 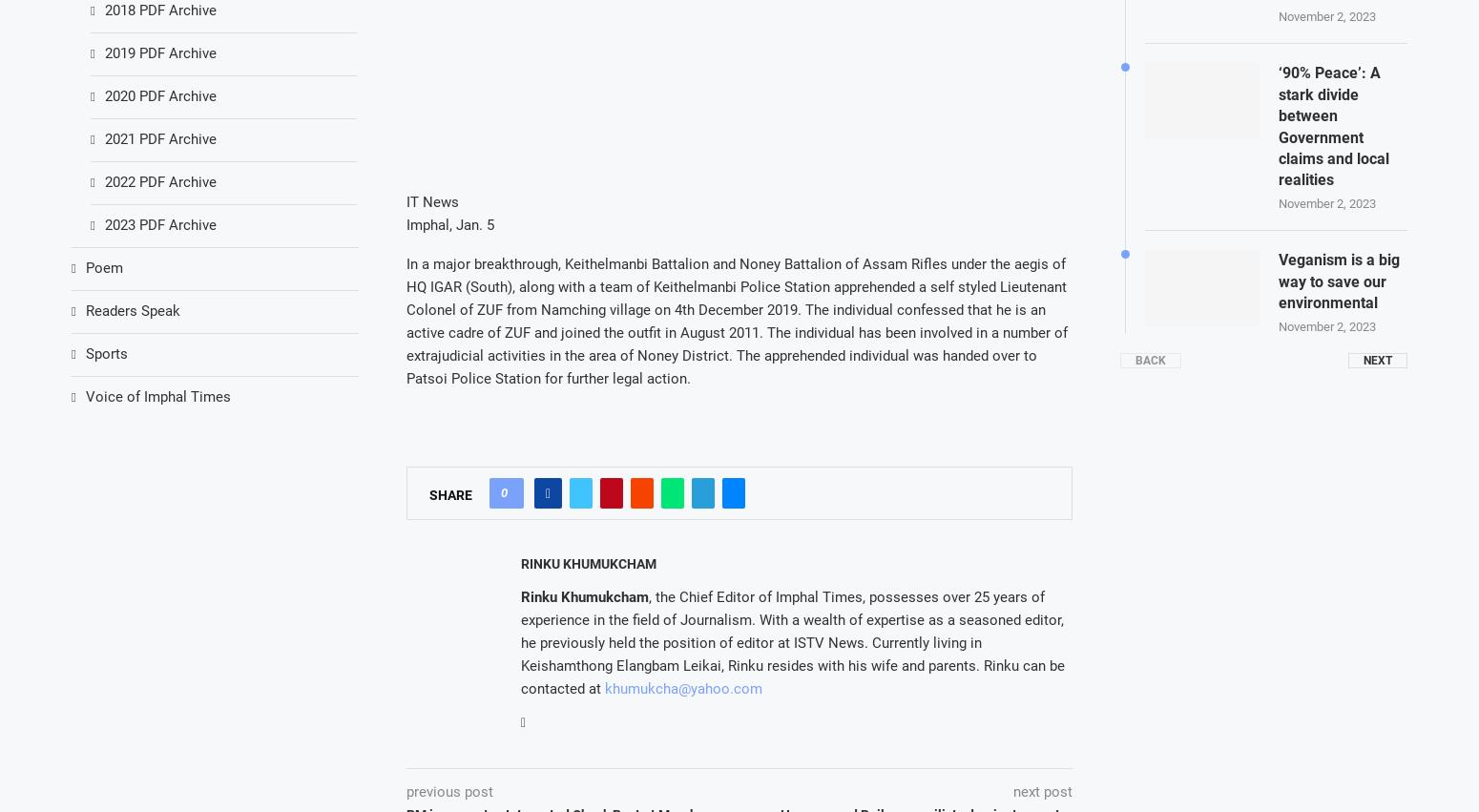 What do you see at coordinates (503, 492) in the screenshot?
I see `'0'` at bounding box center [503, 492].